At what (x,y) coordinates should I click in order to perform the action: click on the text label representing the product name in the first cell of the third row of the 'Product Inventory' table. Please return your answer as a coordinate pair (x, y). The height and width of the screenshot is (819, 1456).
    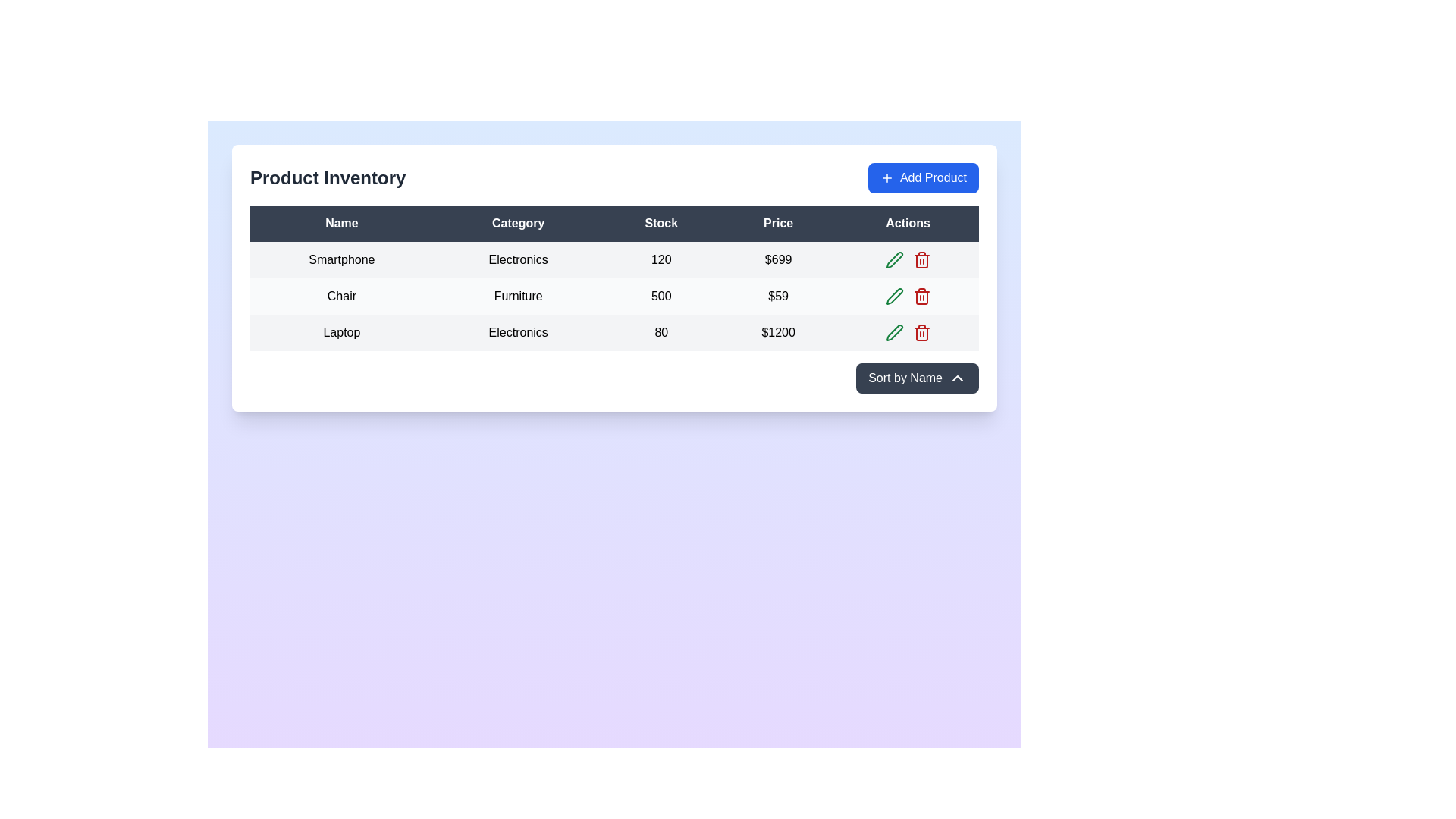
    Looking at the image, I should click on (341, 332).